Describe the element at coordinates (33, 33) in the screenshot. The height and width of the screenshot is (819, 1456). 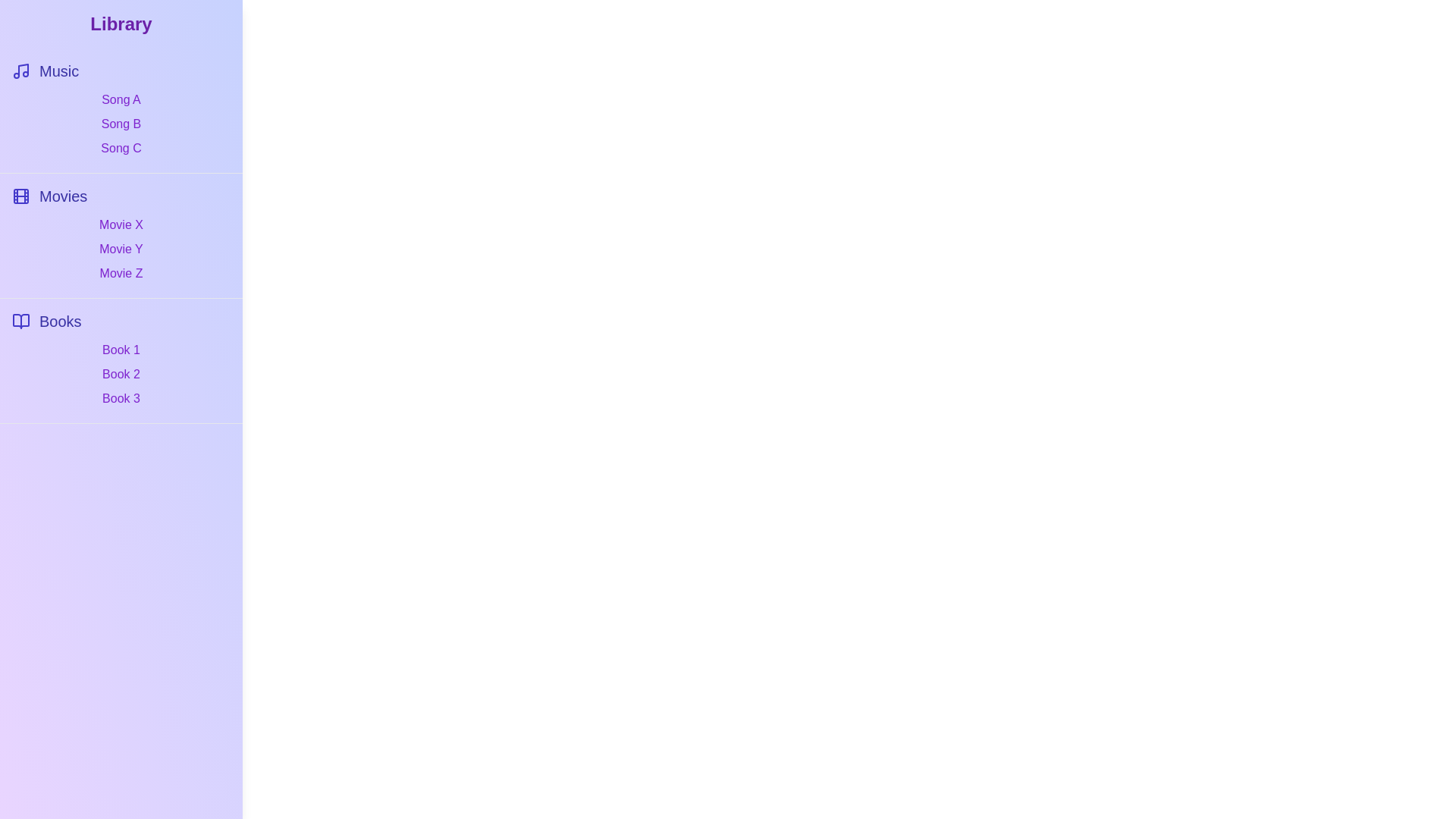
I see `the toggle button to toggle the visibility of the drawer` at that location.